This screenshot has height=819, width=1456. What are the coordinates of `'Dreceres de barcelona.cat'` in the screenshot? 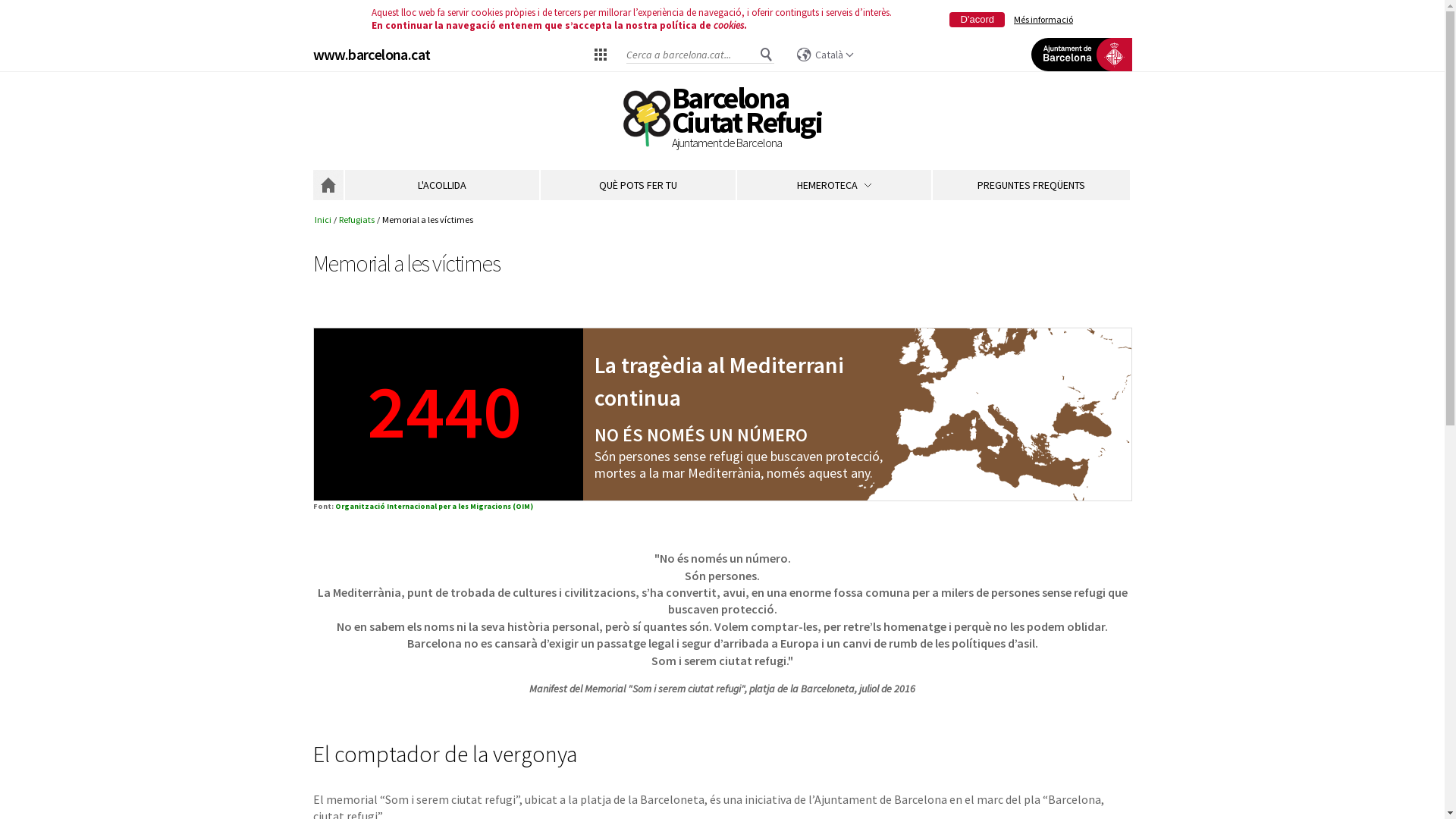 It's located at (600, 52).